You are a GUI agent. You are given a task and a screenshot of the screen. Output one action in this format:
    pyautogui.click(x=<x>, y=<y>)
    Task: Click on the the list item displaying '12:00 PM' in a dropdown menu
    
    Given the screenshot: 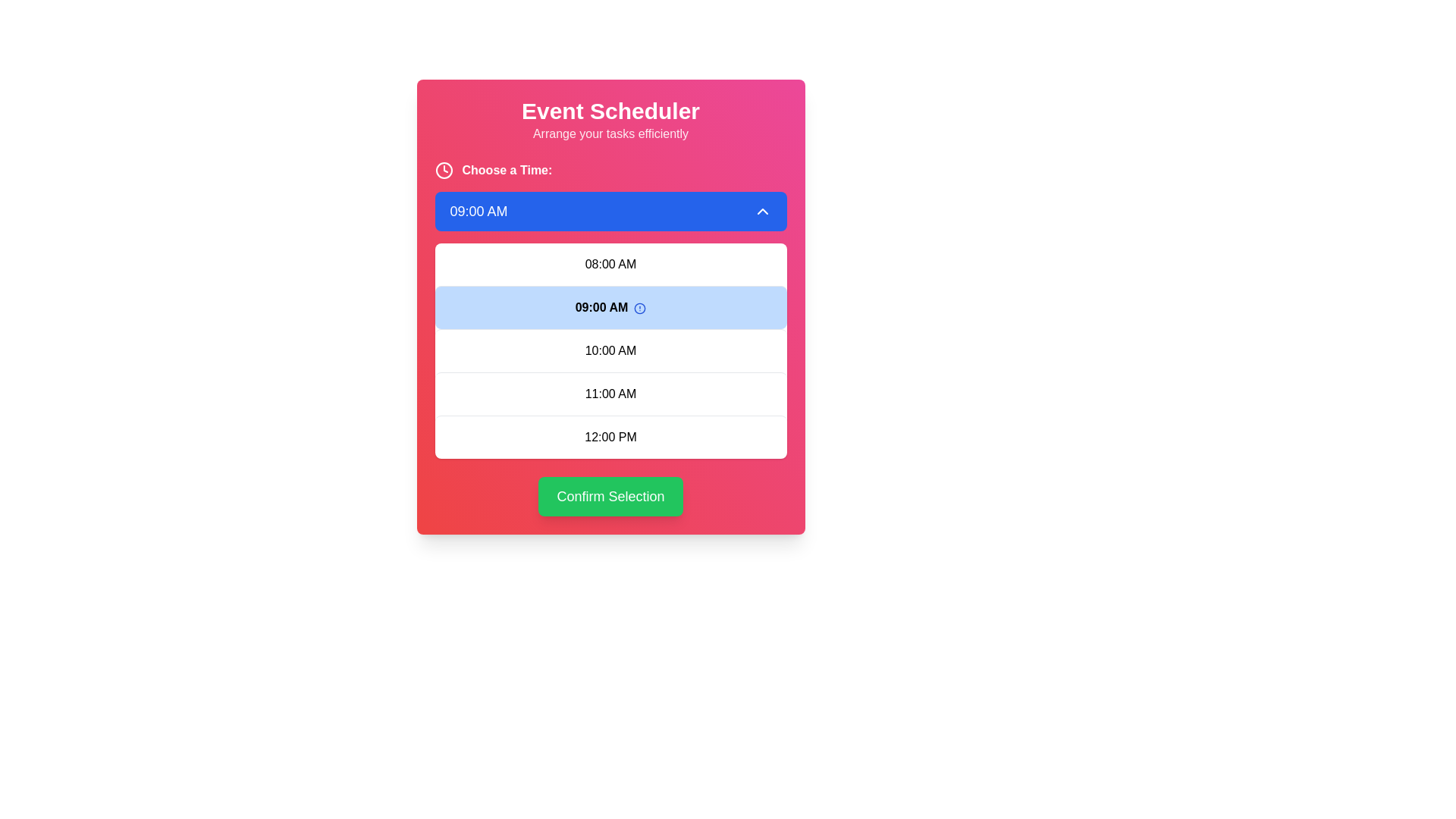 What is the action you would take?
    pyautogui.click(x=610, y=437)
    